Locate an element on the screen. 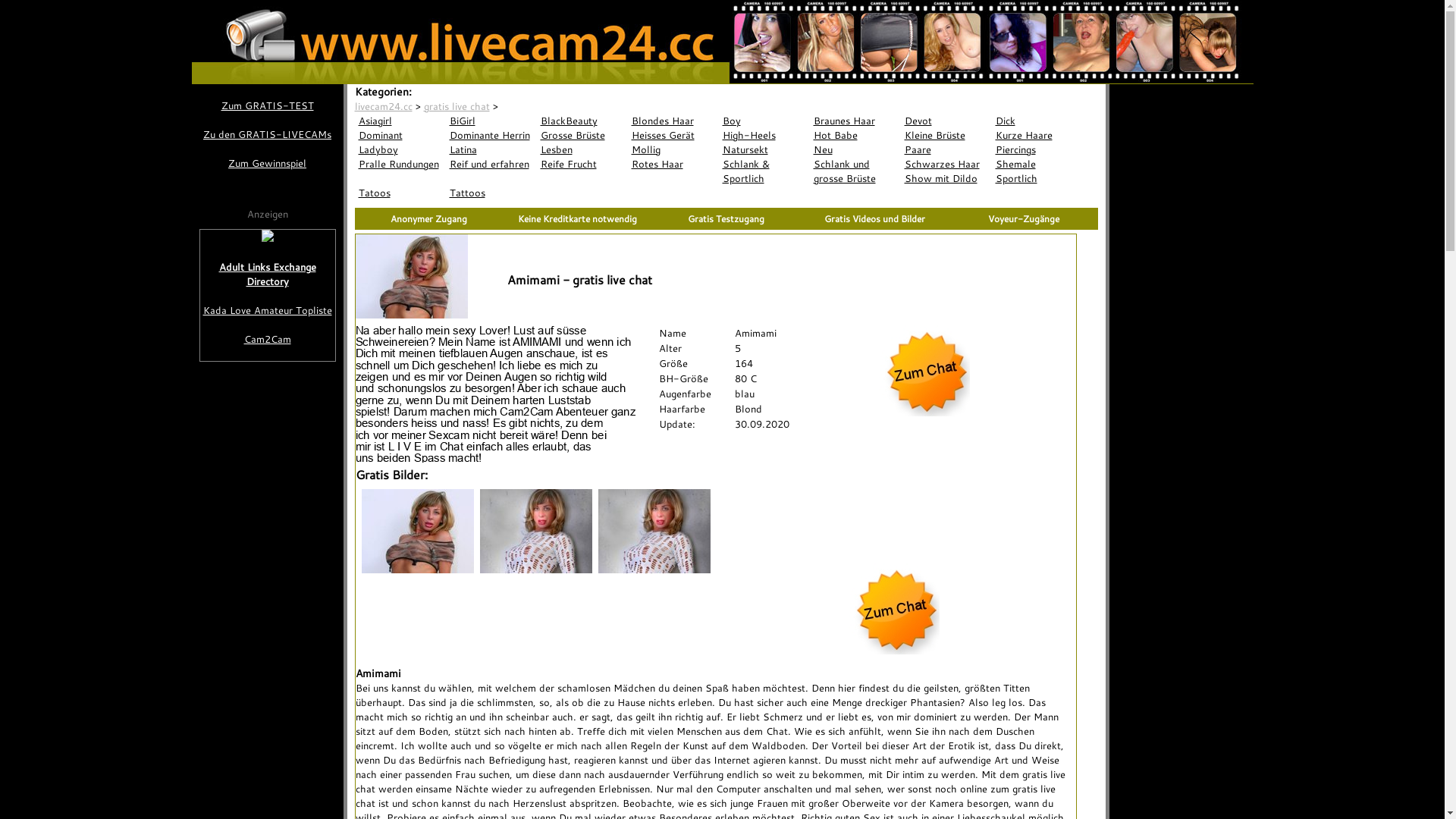  'Dominant' is located at coordinates (400, 134).